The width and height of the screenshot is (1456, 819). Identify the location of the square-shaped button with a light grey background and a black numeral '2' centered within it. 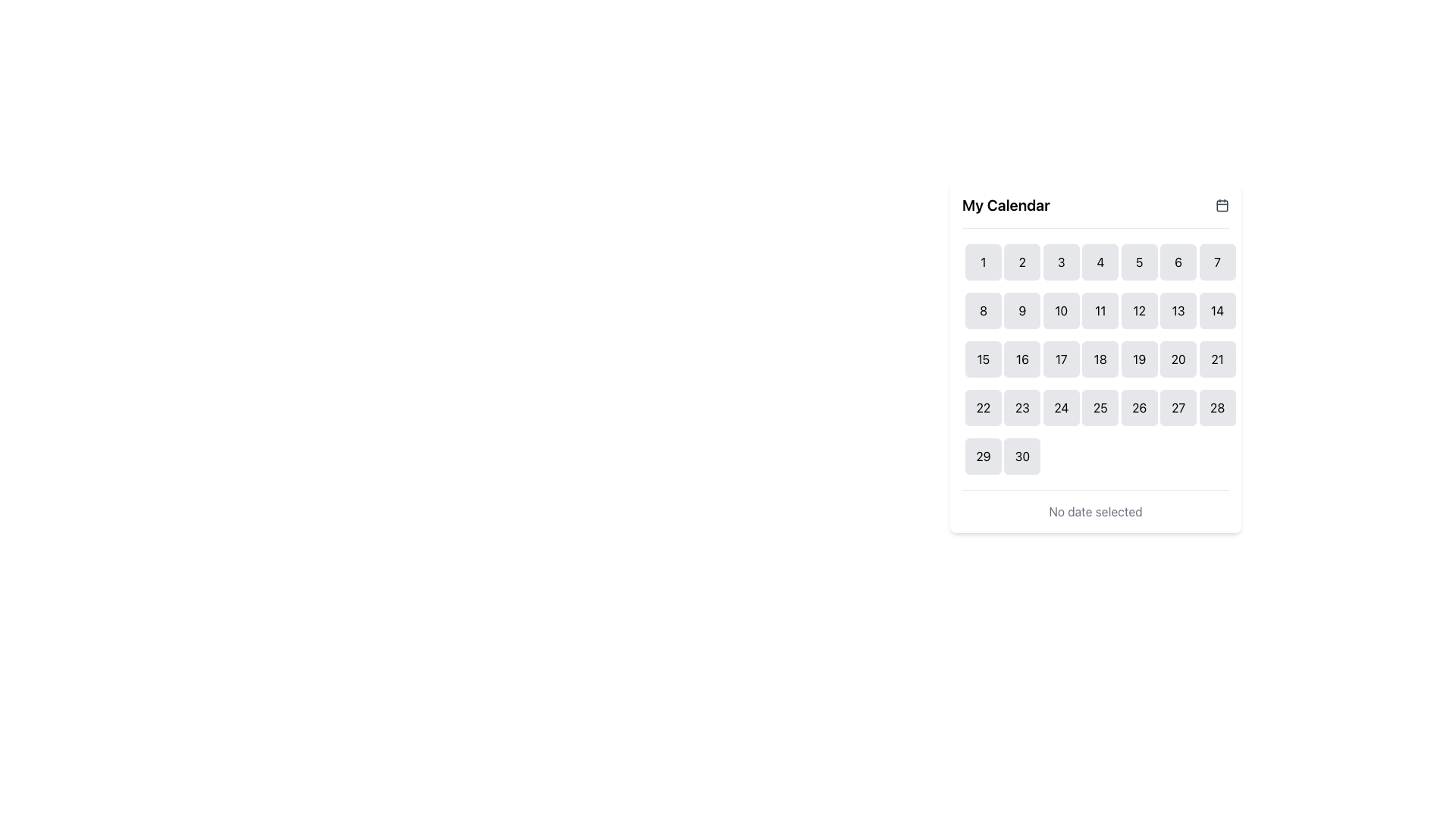
(1022, 262).